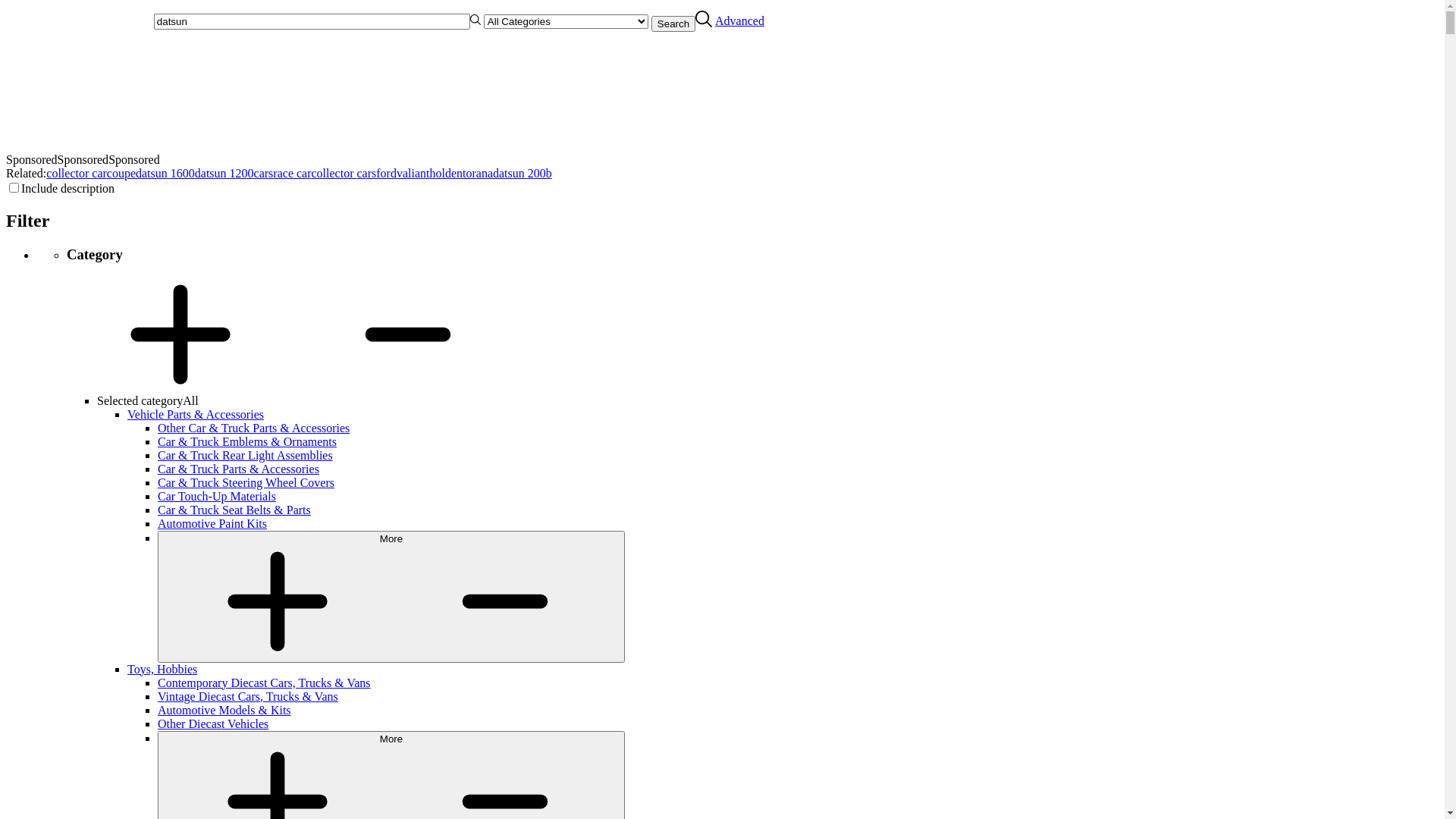 The width and height of the screenshot is (1456, 819). Describe the element at coordinates (224, 172) in the screenshot. I see `'datsun 1200'` at that location.